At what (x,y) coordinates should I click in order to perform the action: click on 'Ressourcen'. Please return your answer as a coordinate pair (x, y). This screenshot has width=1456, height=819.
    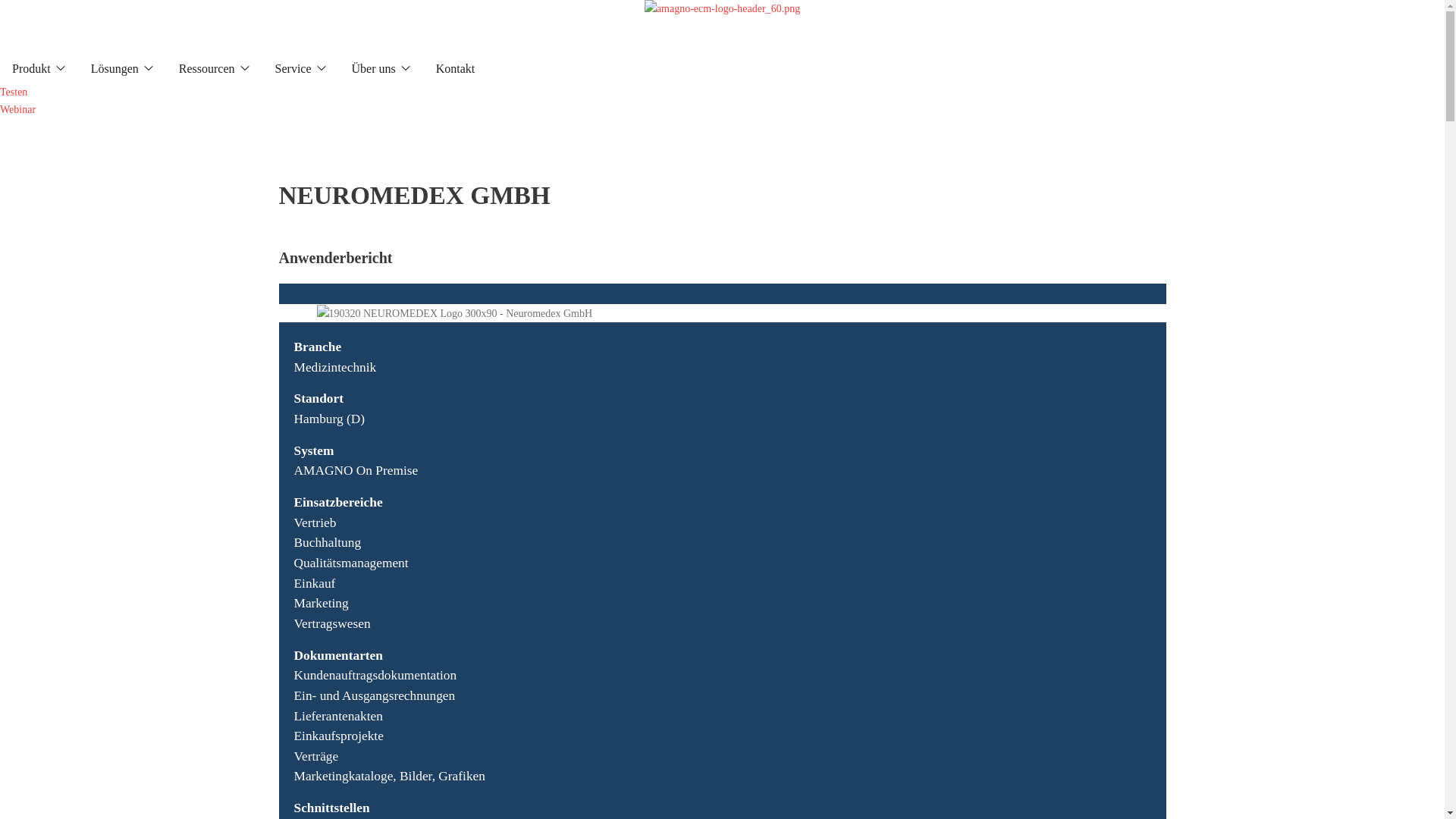
    Looking at the image, I should click on (178, 68).